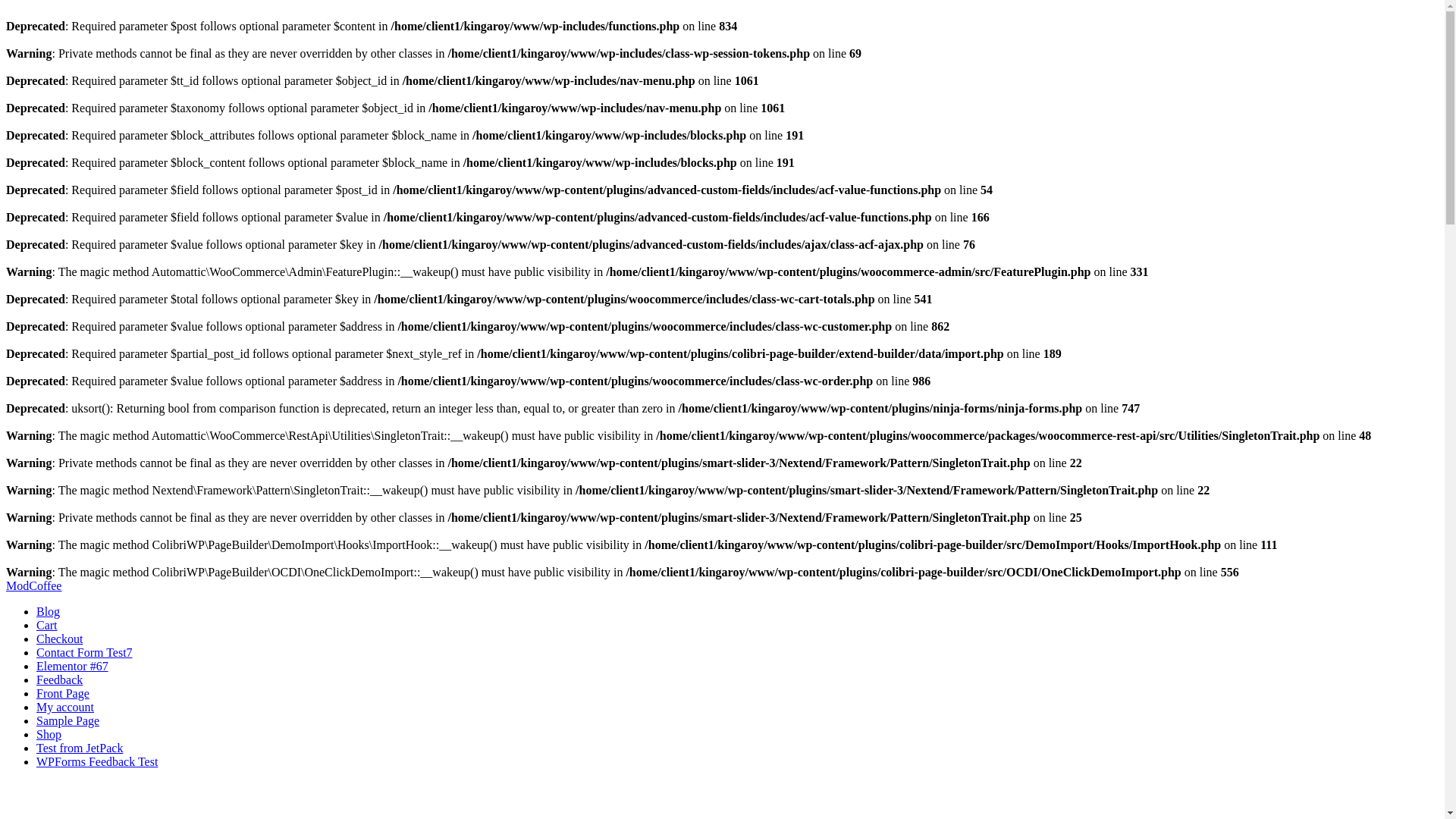 This screenshot has height=819, width=1456. What do you see at coordinates (33, 585) in the screenshot?
I see `'ModCoffee'` at bounding box center [33, 585].